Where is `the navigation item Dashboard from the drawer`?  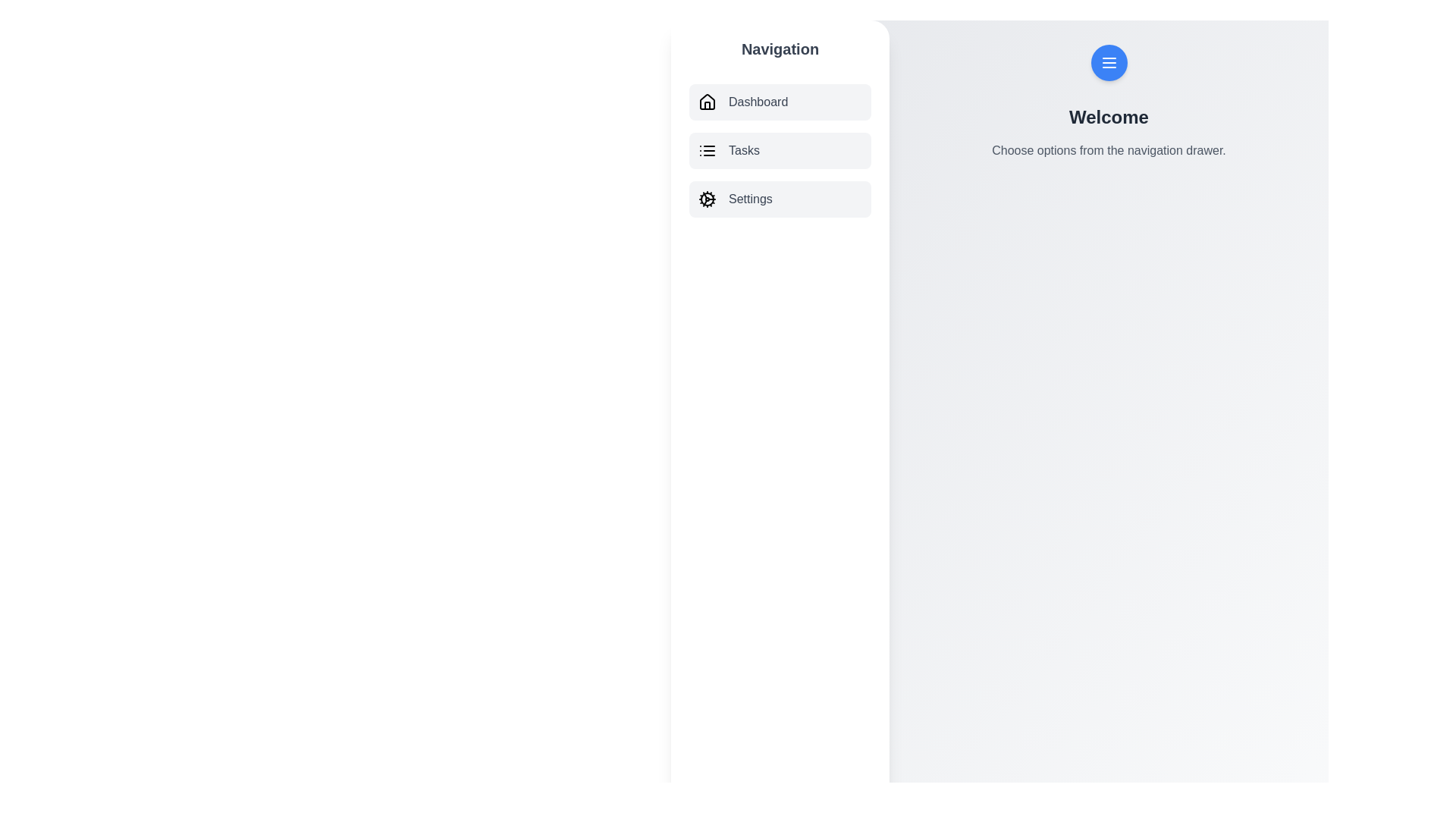 the navigation item Dashboard from the drawer is located at coordinates (780, 102).